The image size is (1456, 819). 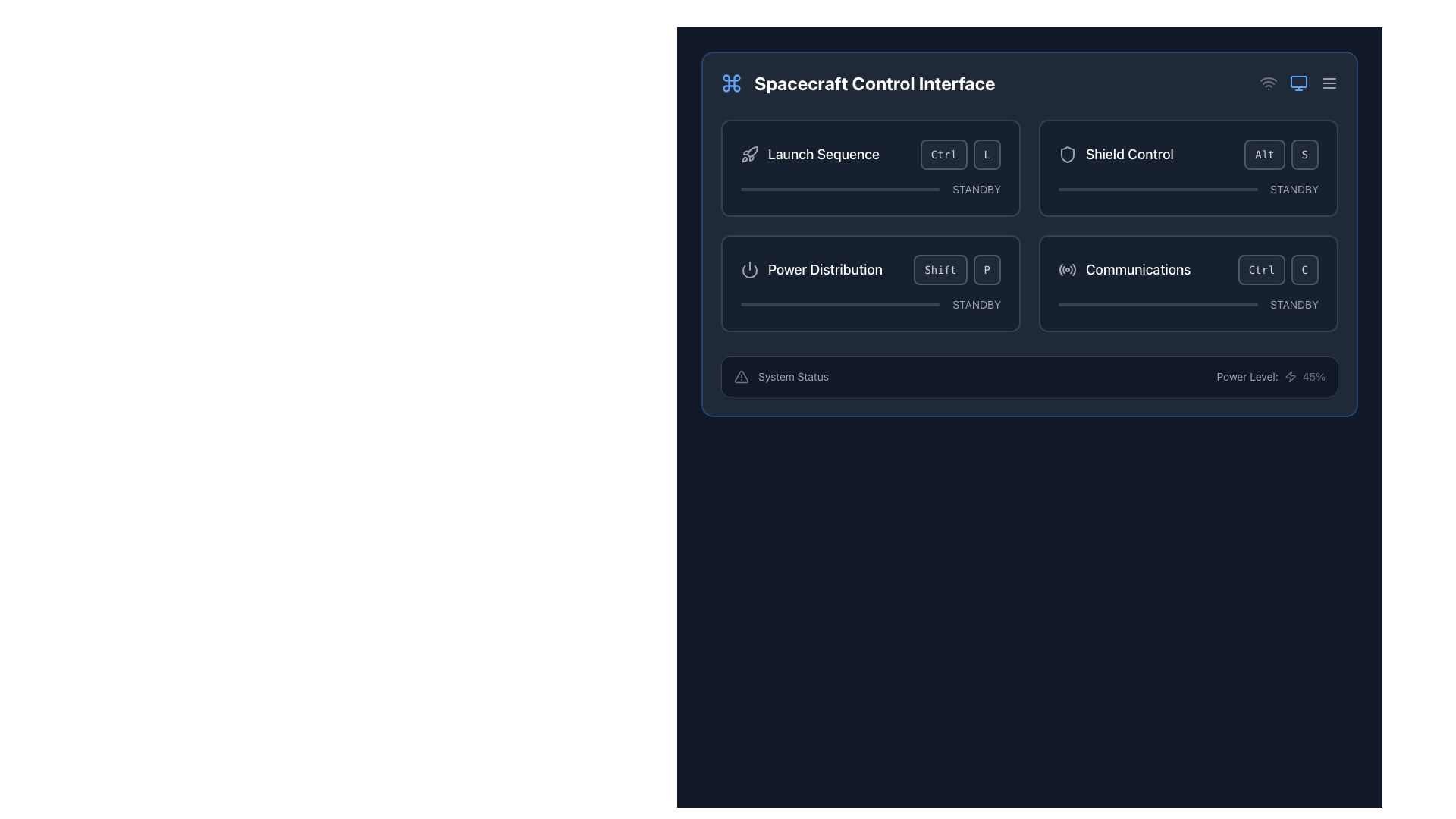 I want to click on the standby text status of the Progress bar located in the lower half of the 'Power Distribution' section, which visually represents a standby state, so click(x=871, y=304).